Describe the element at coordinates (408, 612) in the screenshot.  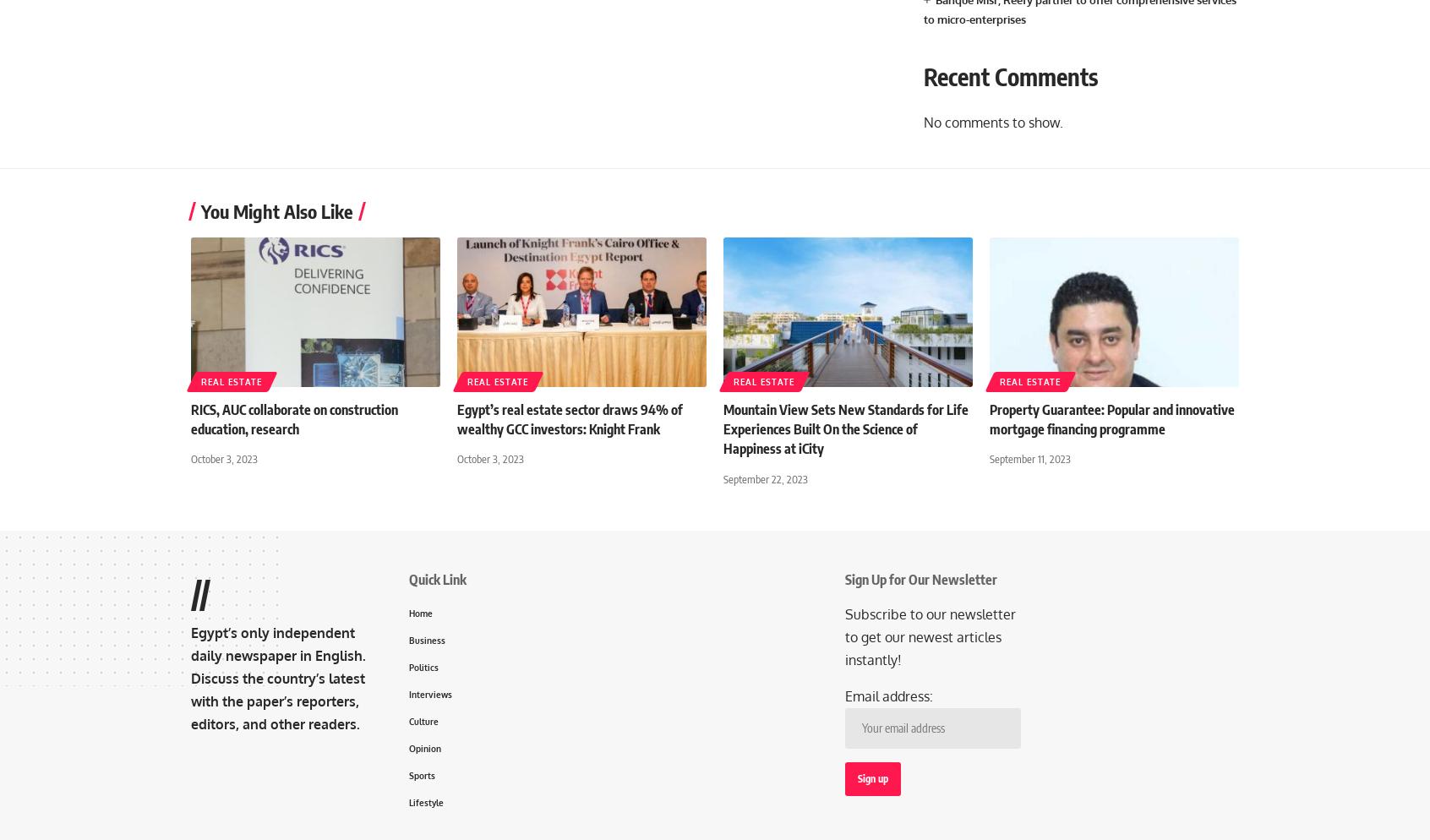
I see `'Home'` at that location.